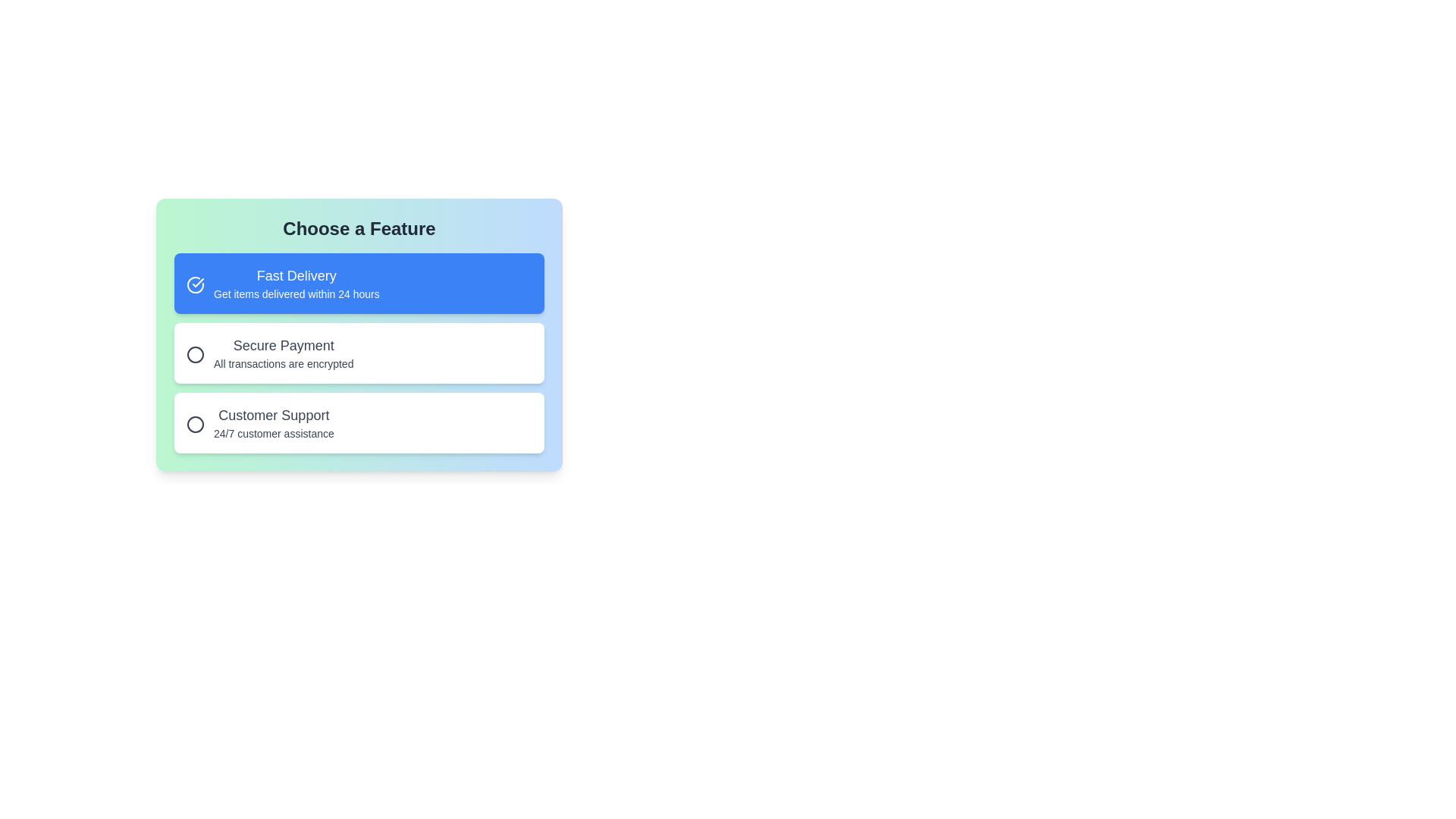 The image size is (1456, 819). I want to click on the state of the SVG Check Mark Icon, which is styled in blue and located within a circular icon to the left of the 'Fast Delivery' text on the selection card, so click(197, 283).